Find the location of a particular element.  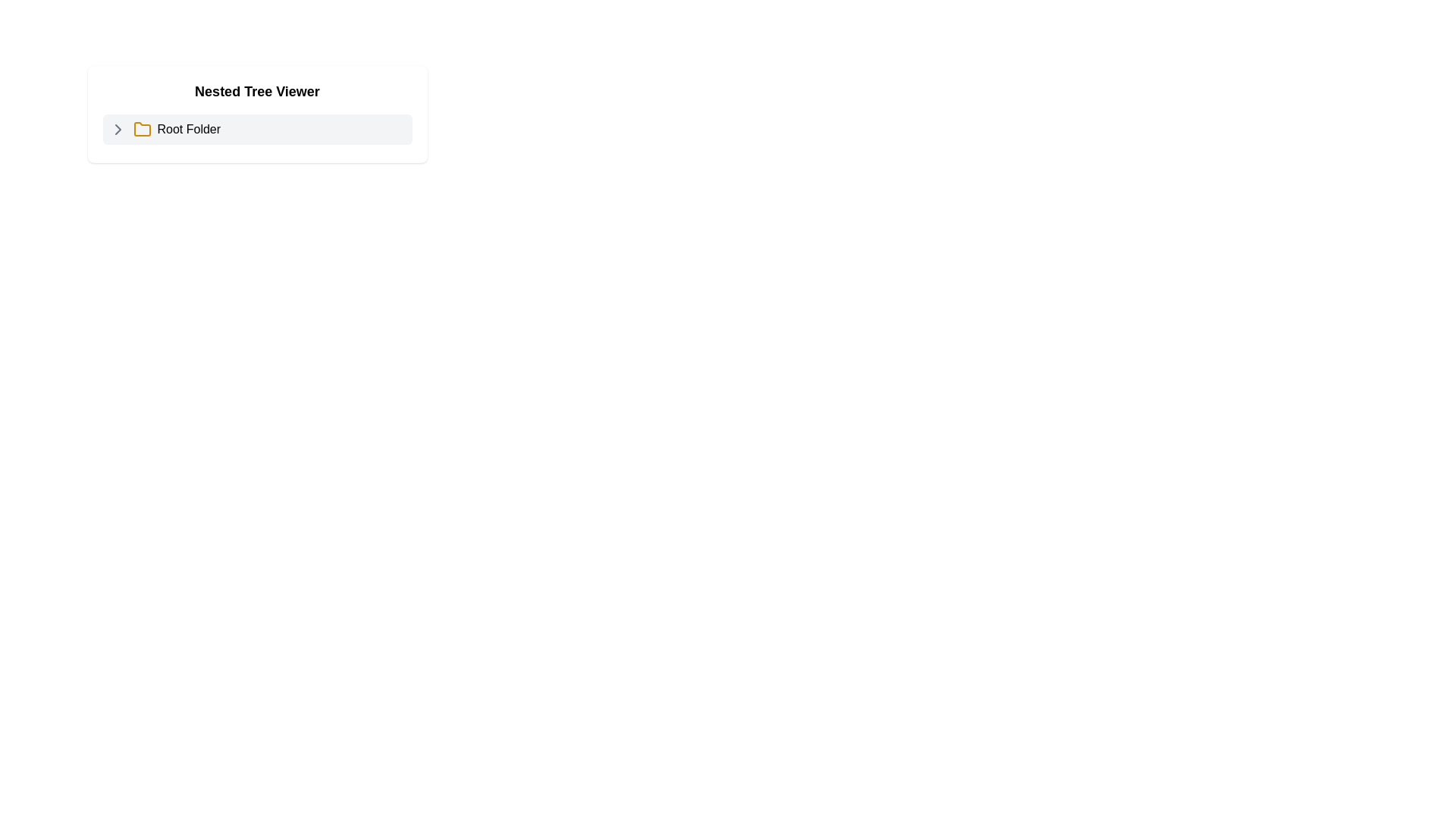

the chevron icon located at the far-left side of the 'Root Folder' entry in the tree viewer is located at coordinates (117, 128).